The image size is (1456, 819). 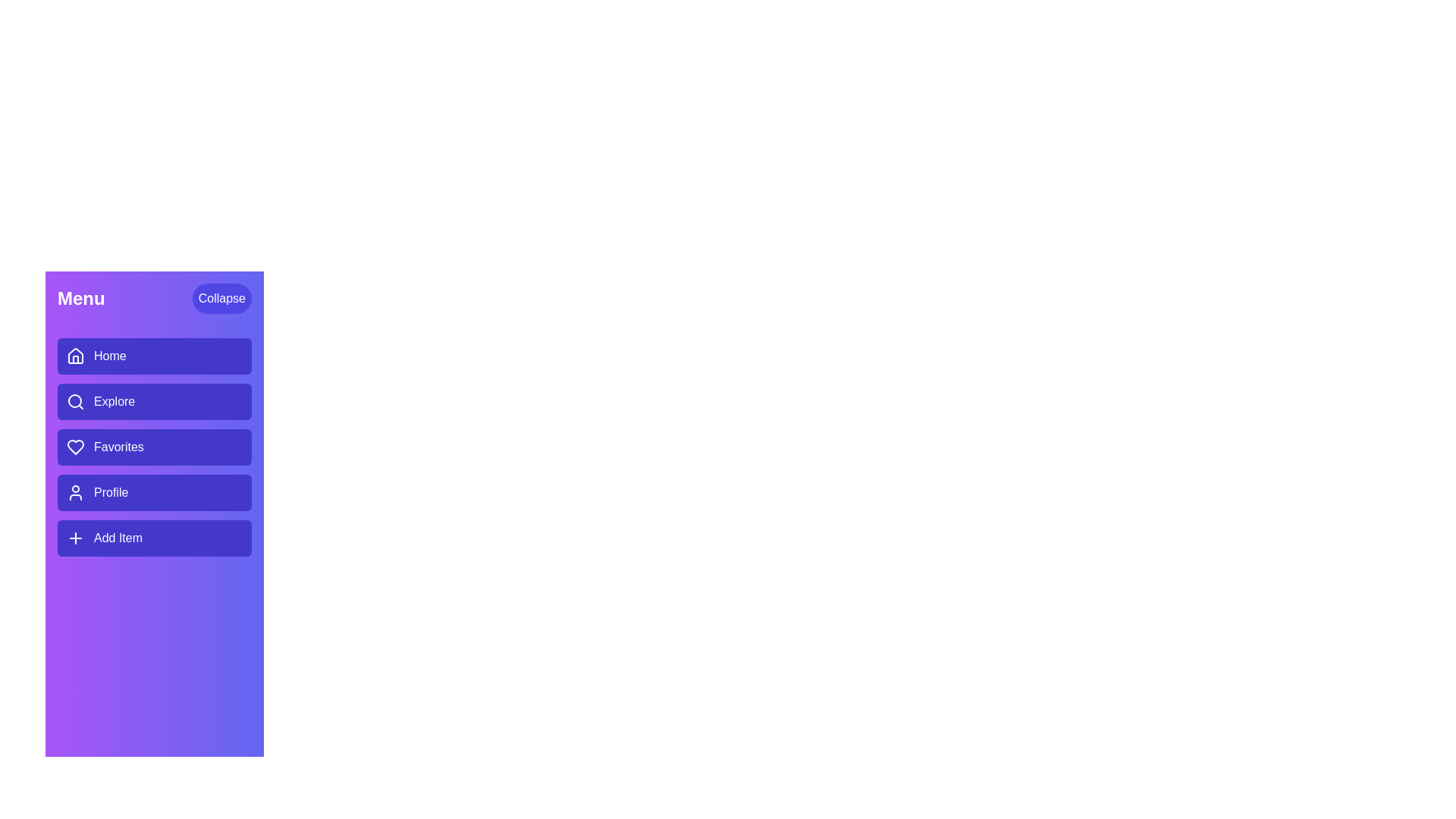 What do you see at coordinates (154, 493) in the screenshot?
I see `the menu item labeled Profile` at bounding box center [154, 493].